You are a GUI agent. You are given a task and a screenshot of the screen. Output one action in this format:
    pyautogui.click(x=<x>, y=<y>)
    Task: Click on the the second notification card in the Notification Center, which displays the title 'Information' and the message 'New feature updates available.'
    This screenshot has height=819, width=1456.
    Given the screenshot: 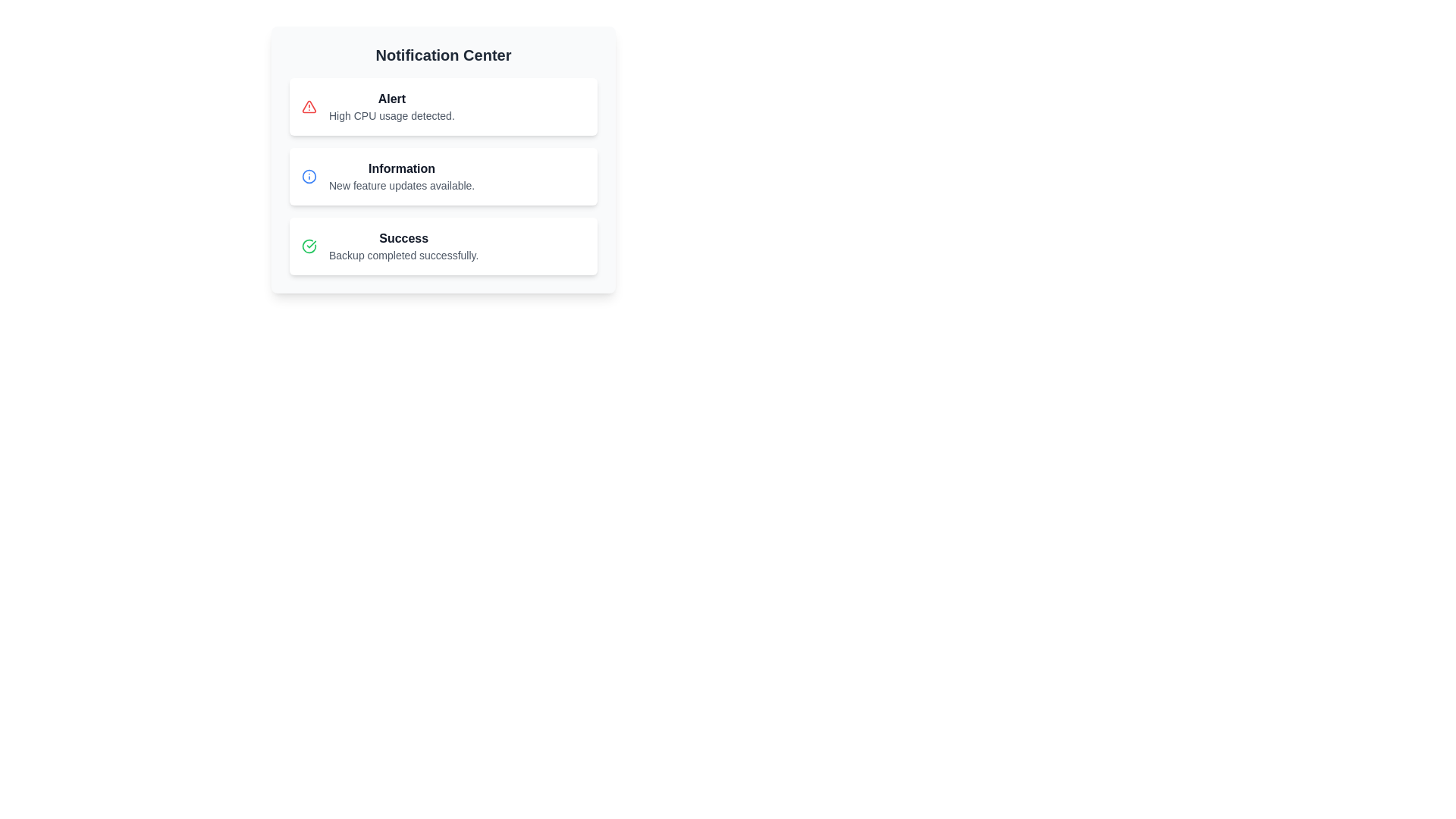 What is the action you would take?
    pyautogui.click(x=443, y=160)
    